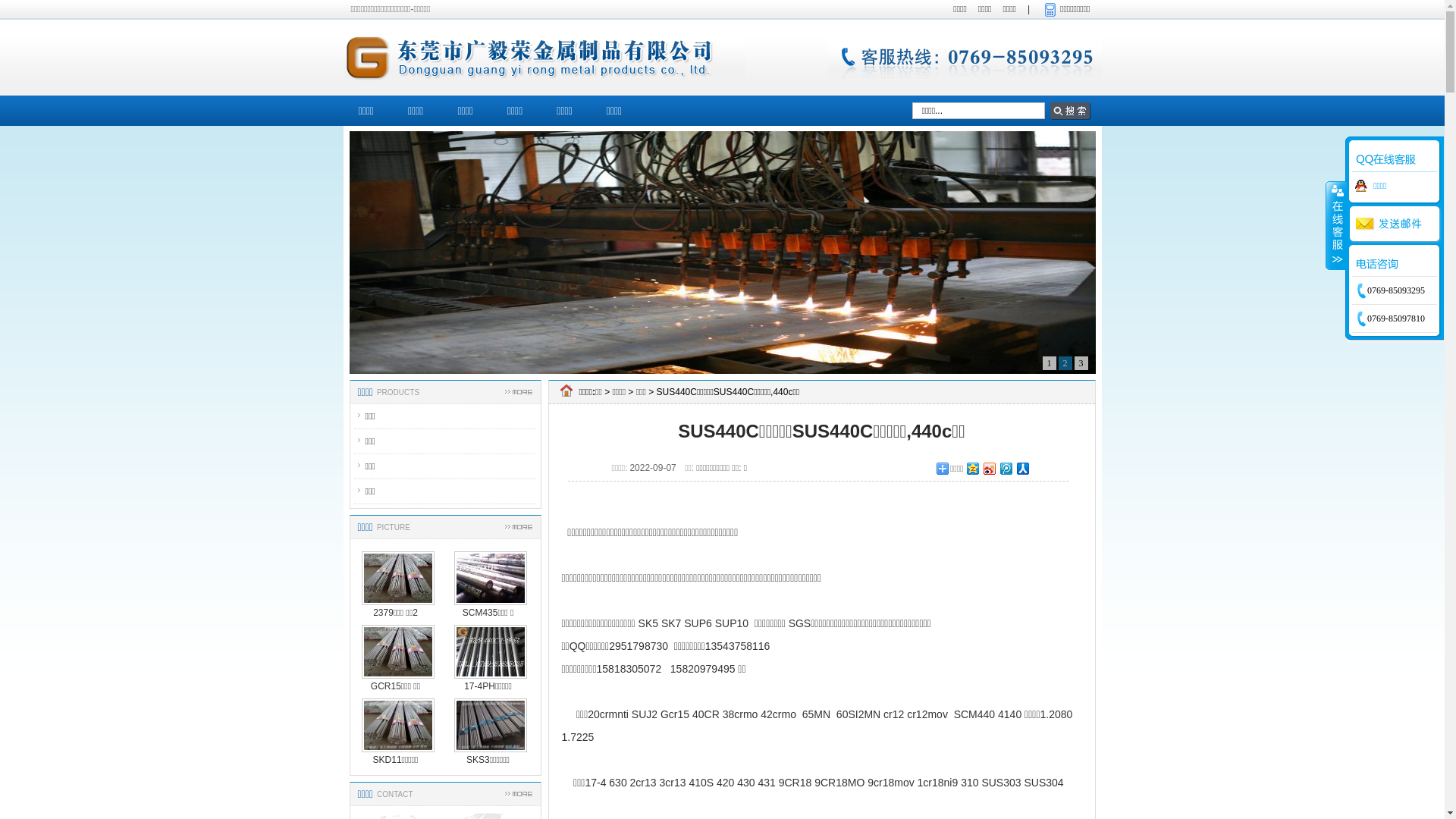 The height and width of the screenshot is (819, 1456). Describe the element at coordinates (1028, 9) in the screenshot. I see `'|'` at that location.